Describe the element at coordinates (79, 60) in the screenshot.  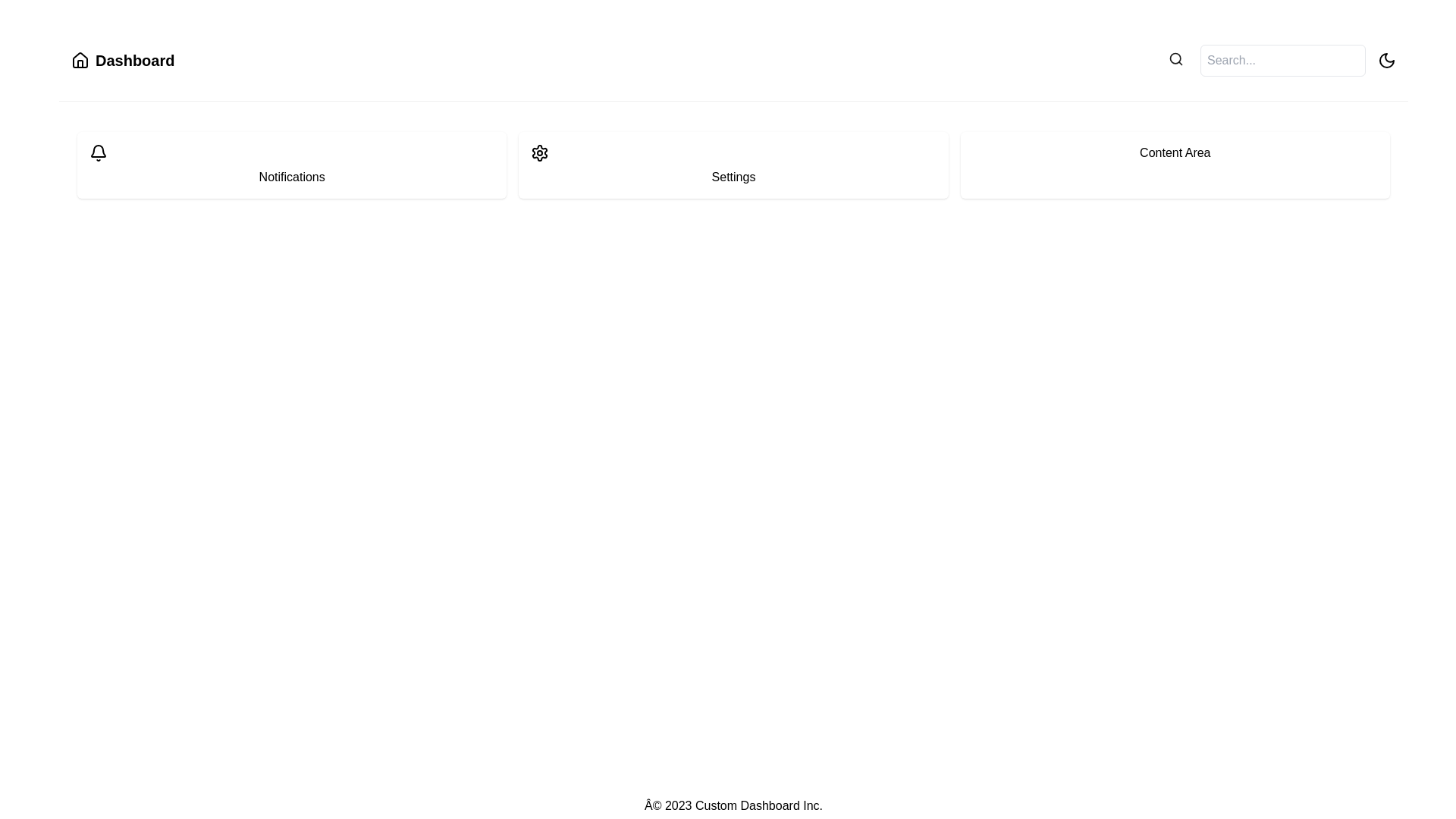
I see `the home icon, which is a black outlined graphic of a house located in the top-left corner of the page` at that location.